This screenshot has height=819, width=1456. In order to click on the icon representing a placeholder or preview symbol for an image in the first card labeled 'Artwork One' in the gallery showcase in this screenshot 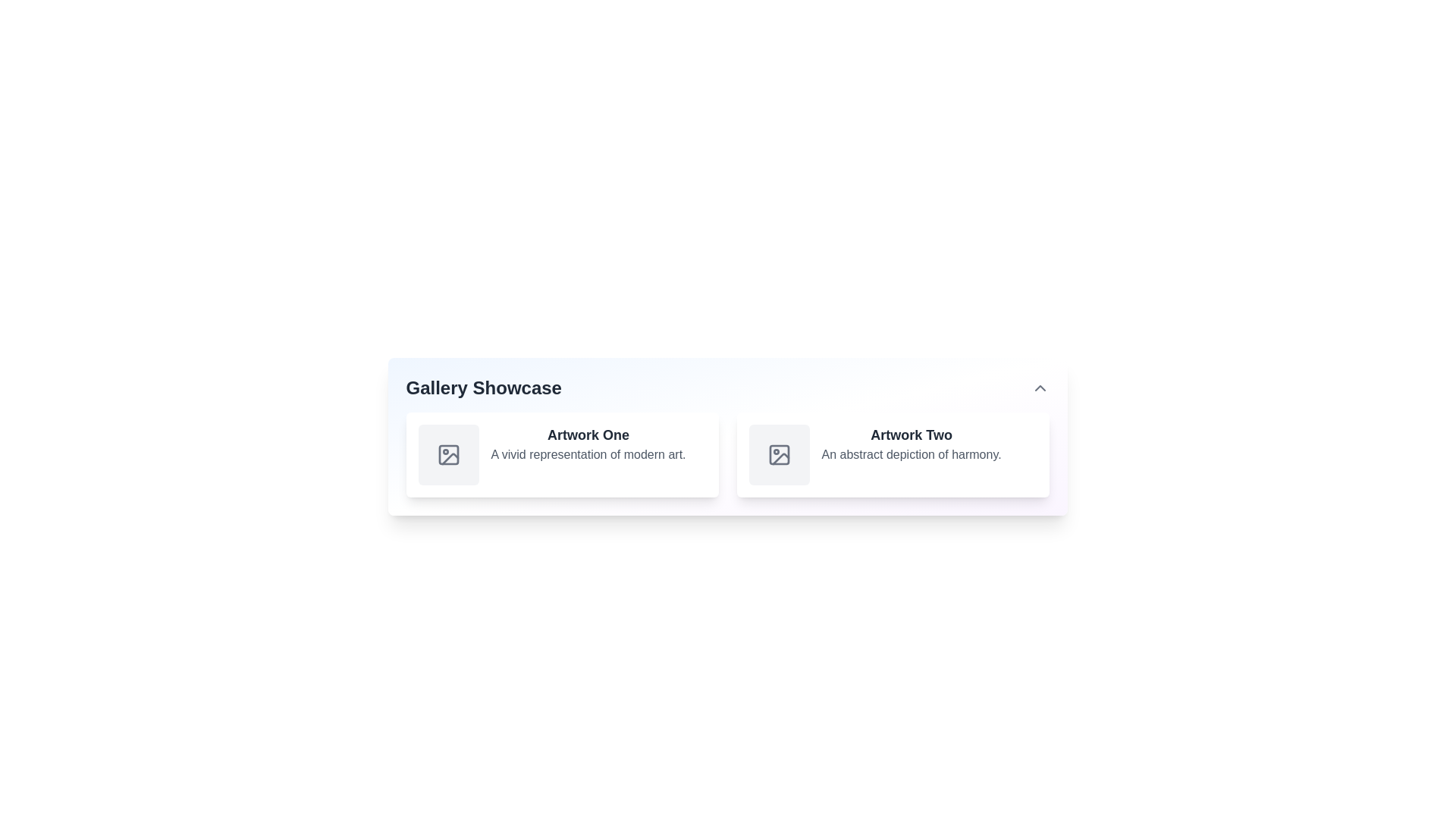, I will do `click(447, 454)`.